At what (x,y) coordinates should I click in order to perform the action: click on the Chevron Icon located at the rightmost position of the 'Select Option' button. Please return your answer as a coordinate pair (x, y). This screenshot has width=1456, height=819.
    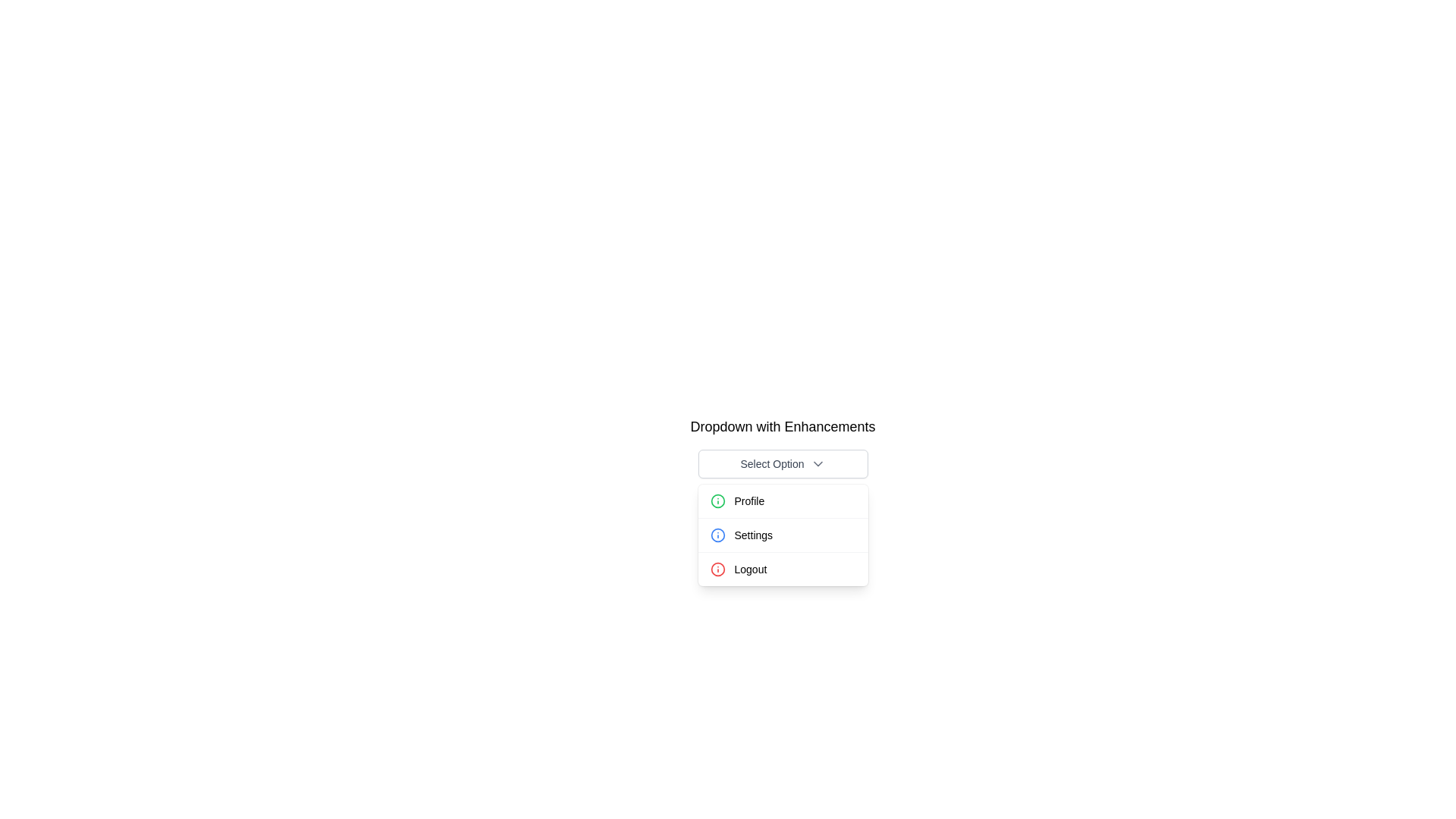
    Looking at the image, I should click on (817, 463).